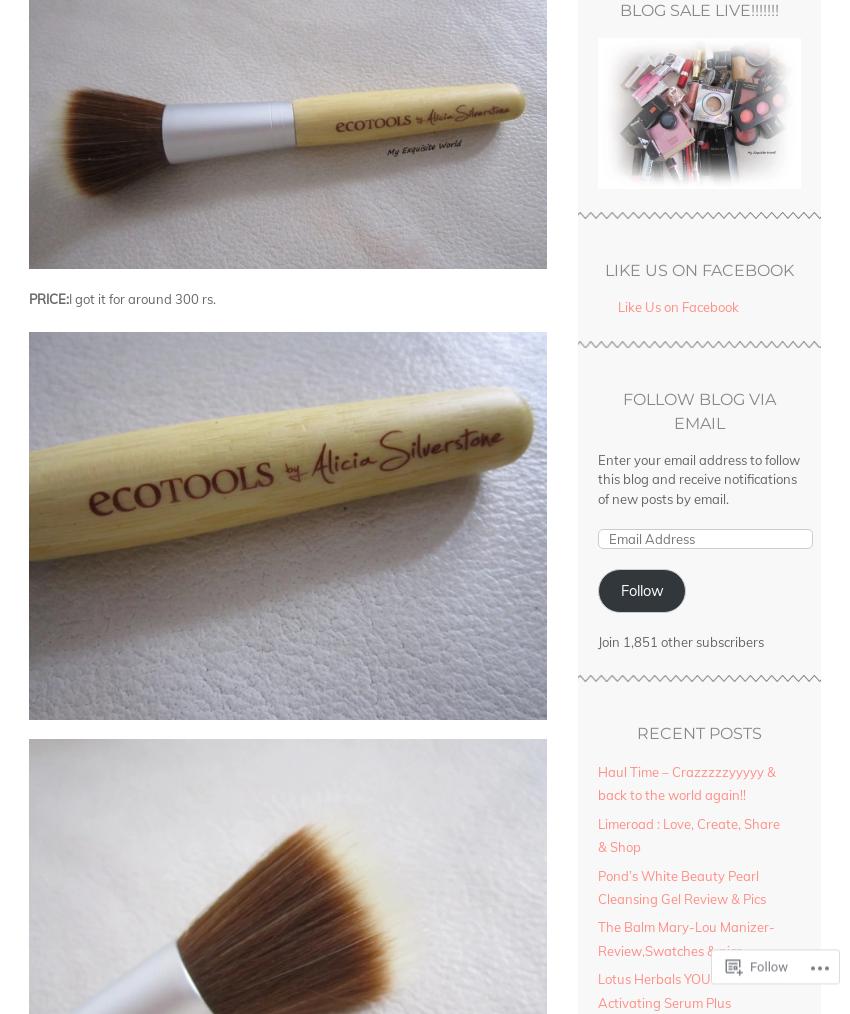  What do you see at coordinates (698, 478) in the screenshot?
I see `'Enter your email address to follow this blog and receive notifications of new posts by email.'` at bounding box center [698, 478].